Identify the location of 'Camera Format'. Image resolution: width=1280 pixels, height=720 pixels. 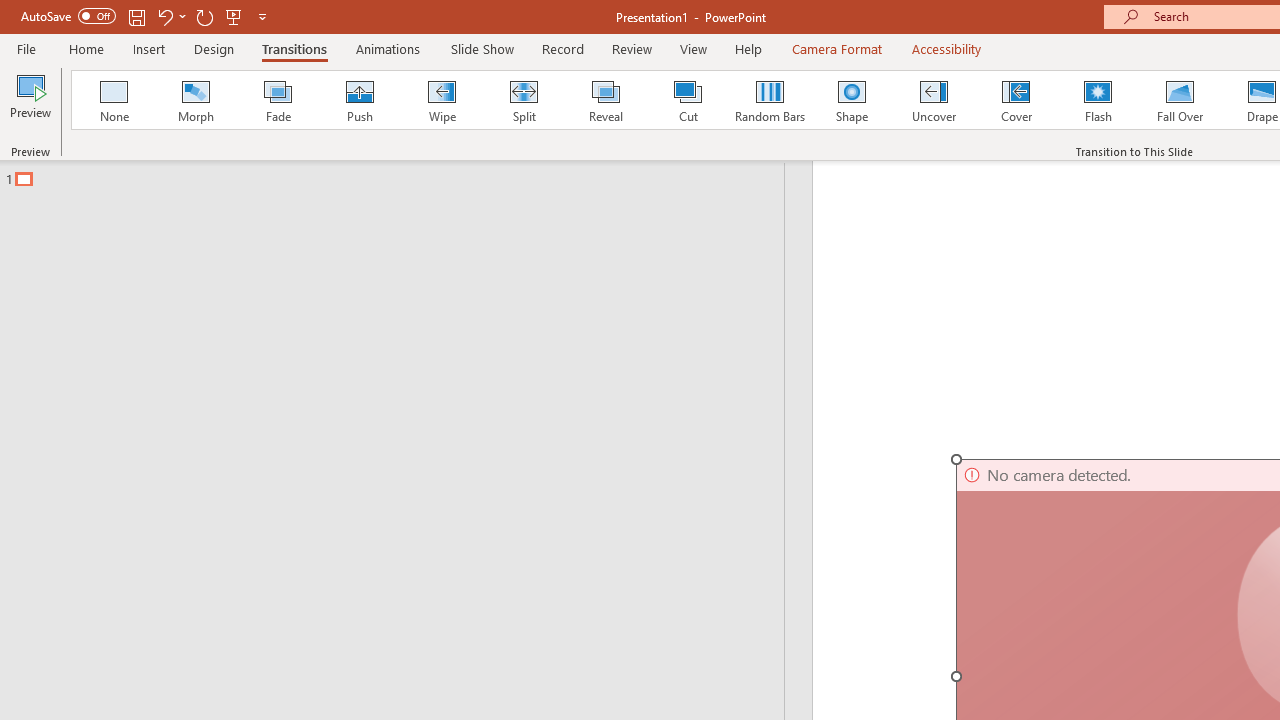
(837, 48).